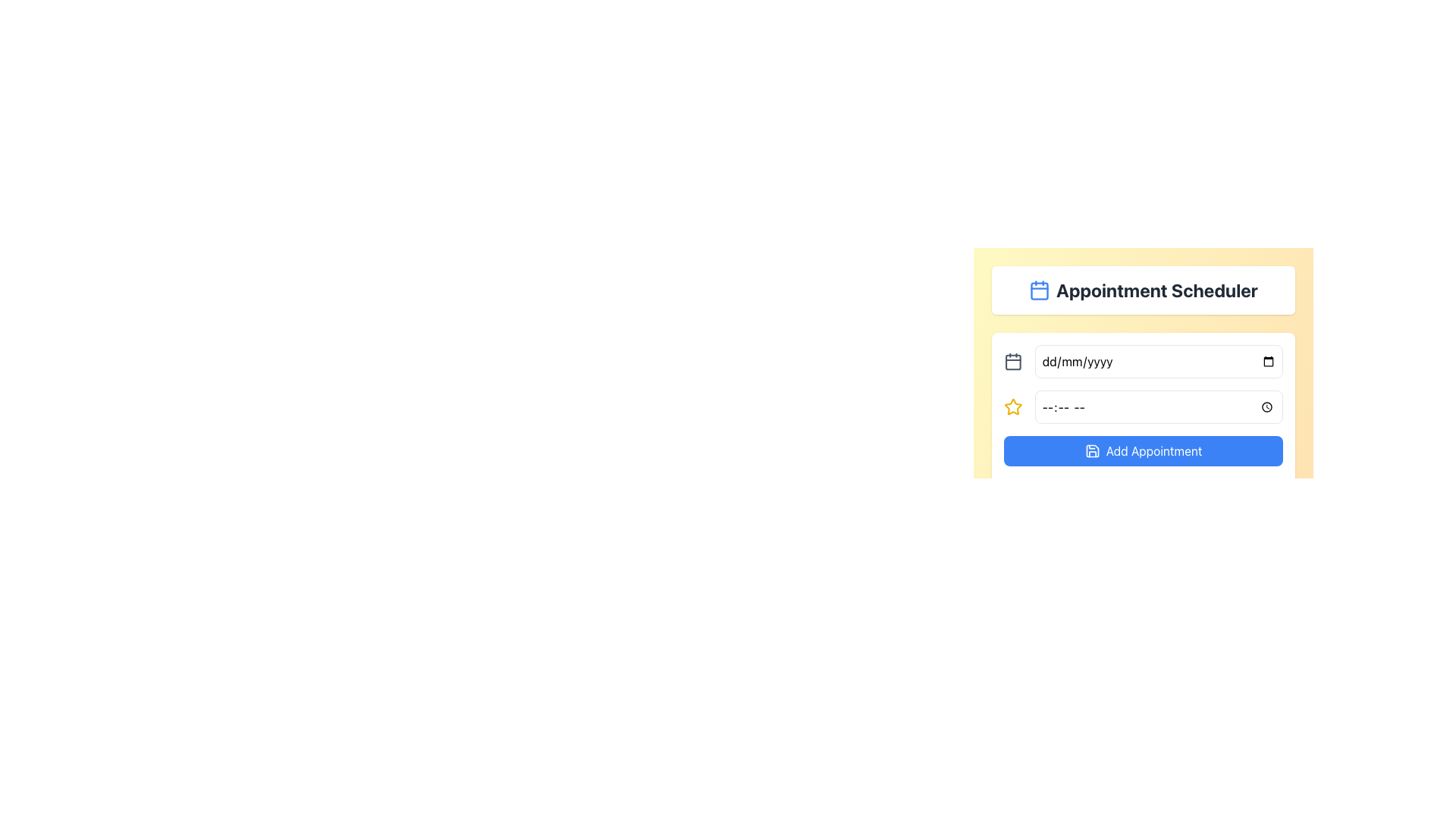 This screenshot has width=1456, height=819. I want to click on the interactive icon located to the left of the 'Add Appointment' button, which aids in saving or confirming an appointment, so click(1092, 450).